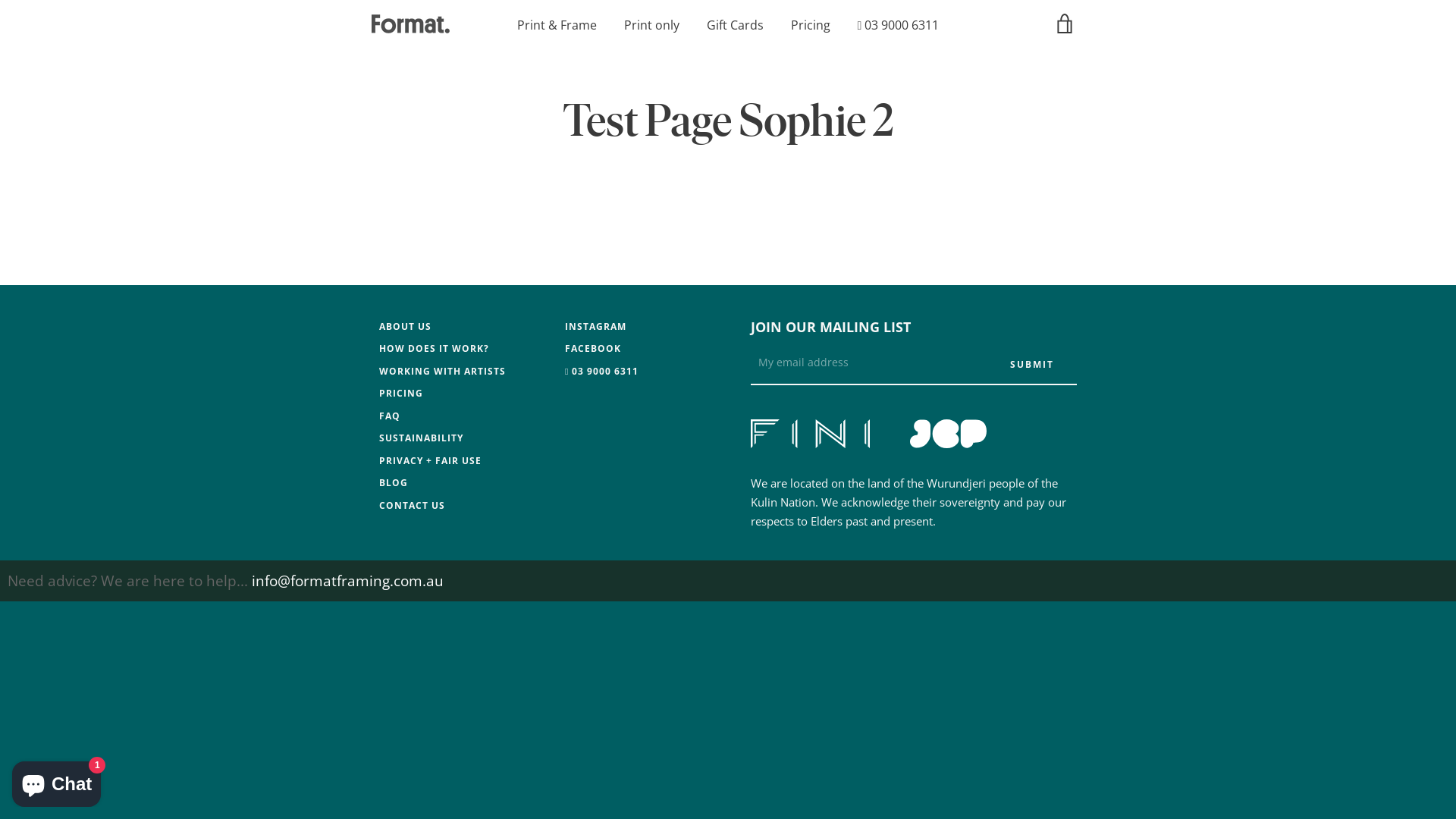  Describe the element at coordinates (441, 370) in the screenshot. I see `'WORKING WITH ARTISTS'` at that location.